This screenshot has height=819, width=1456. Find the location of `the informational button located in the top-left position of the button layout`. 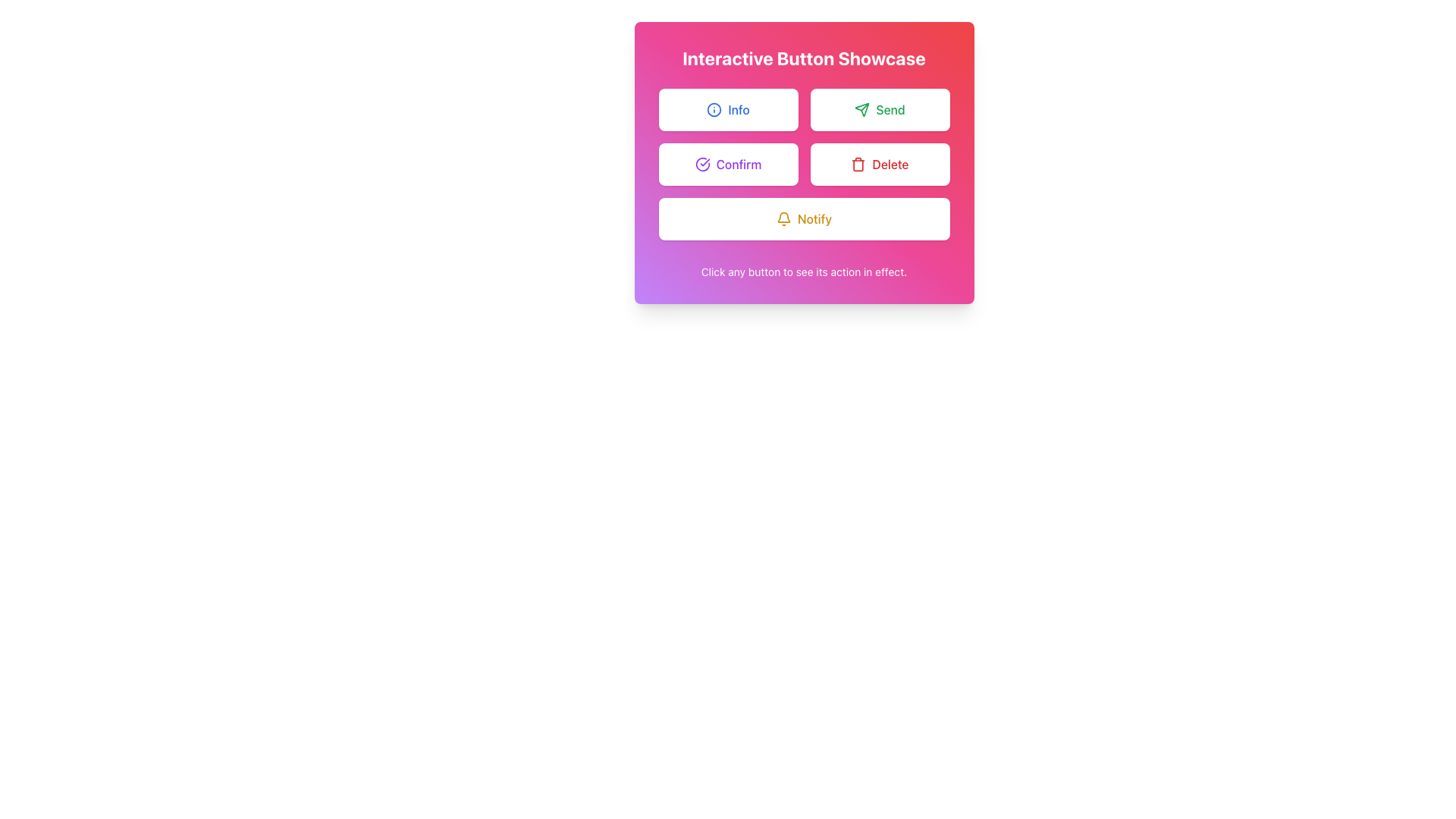

the informational button located in the top-left position of the button layout is located at coordinates (728, 109).